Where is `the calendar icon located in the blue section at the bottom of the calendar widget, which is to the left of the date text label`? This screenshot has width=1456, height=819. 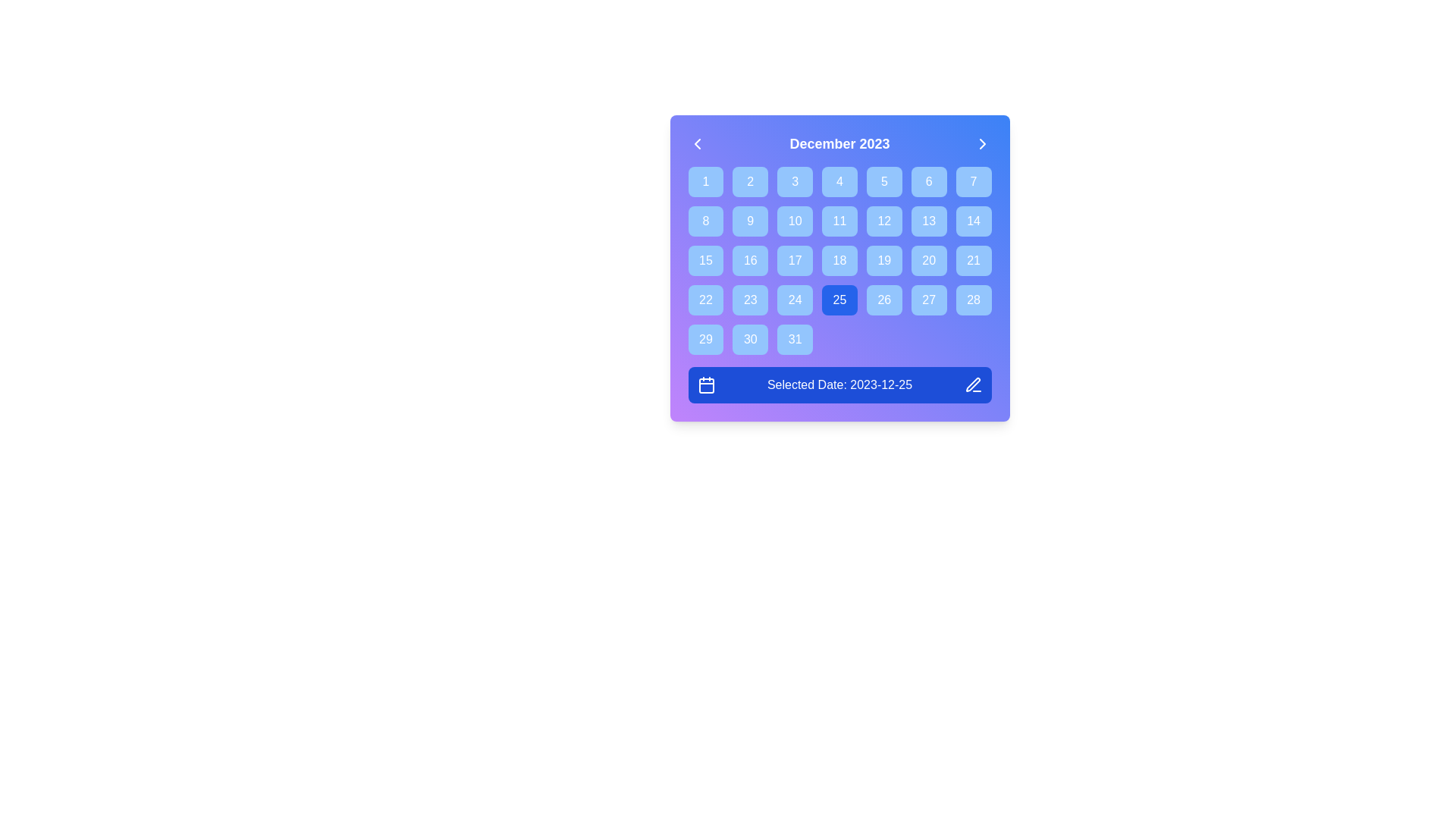
the calendar icon located in the blue section at the bottom of the calendar widget, which is to the left of the date text label is located at coordinates (705, 385).